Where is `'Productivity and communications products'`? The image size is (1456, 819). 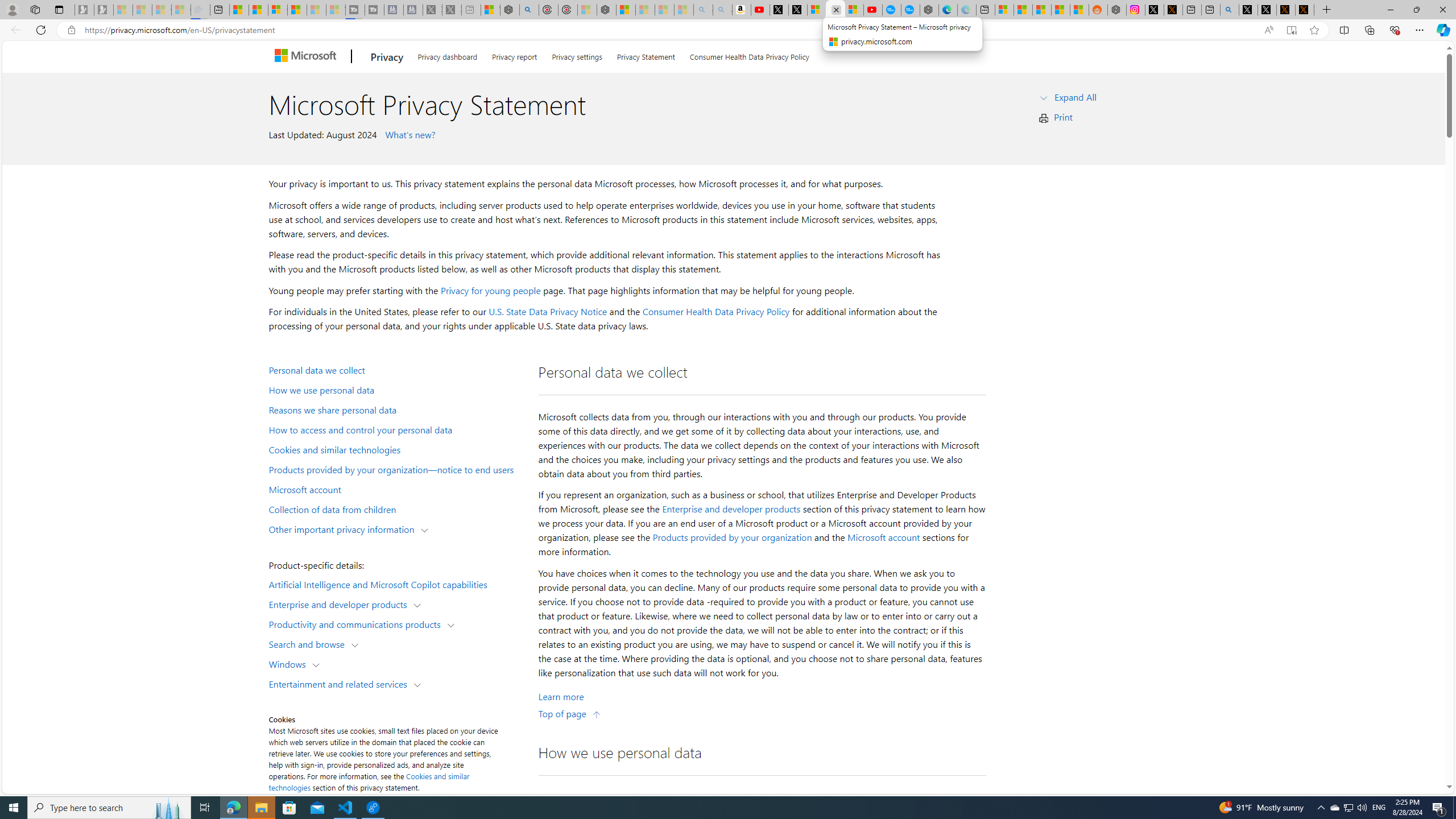
'Productivity and communications products' is located at coordinates (357, 623).